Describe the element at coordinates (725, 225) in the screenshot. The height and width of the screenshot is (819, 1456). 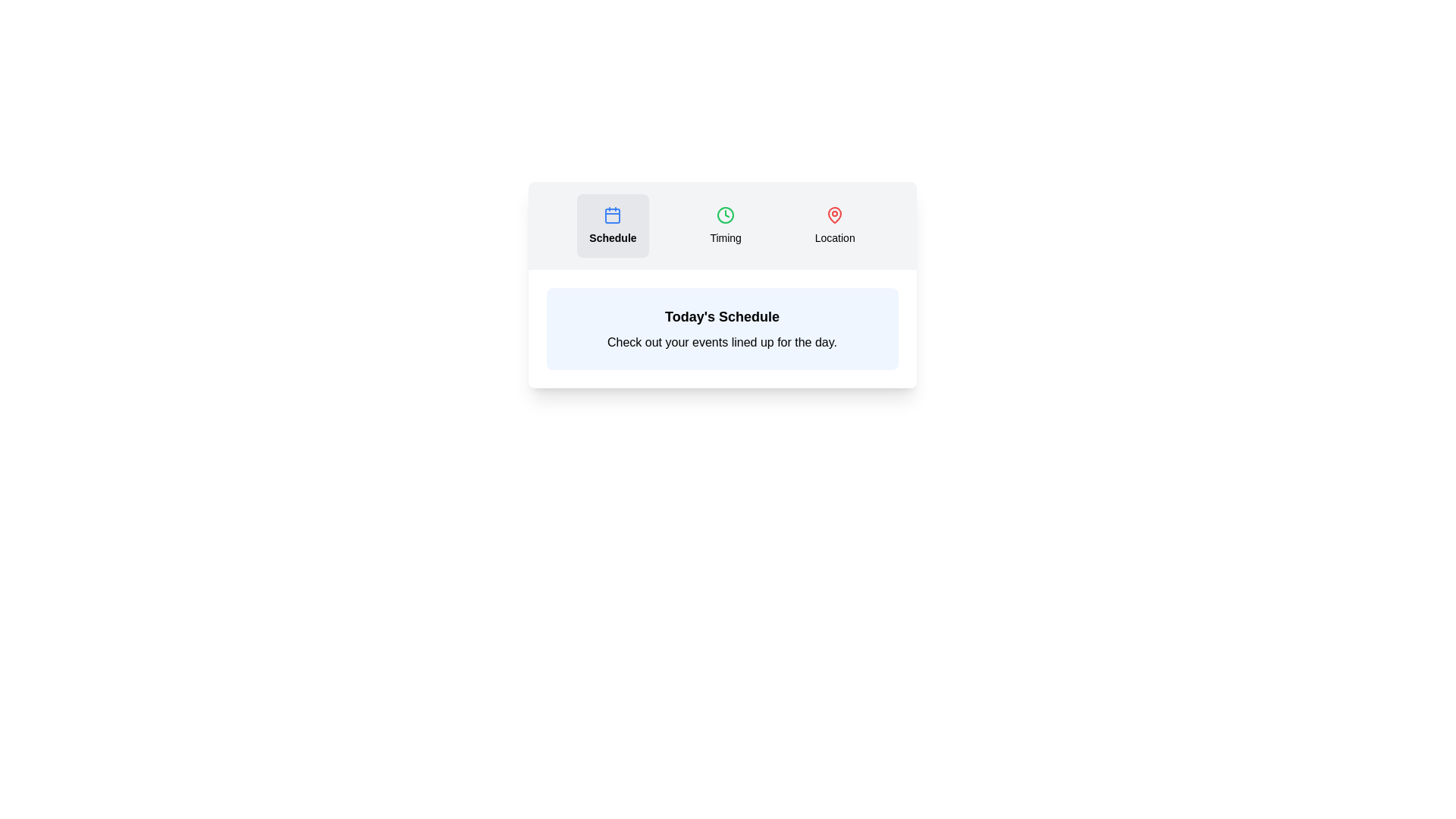
I see `the tab button labeled Timing` at that location.